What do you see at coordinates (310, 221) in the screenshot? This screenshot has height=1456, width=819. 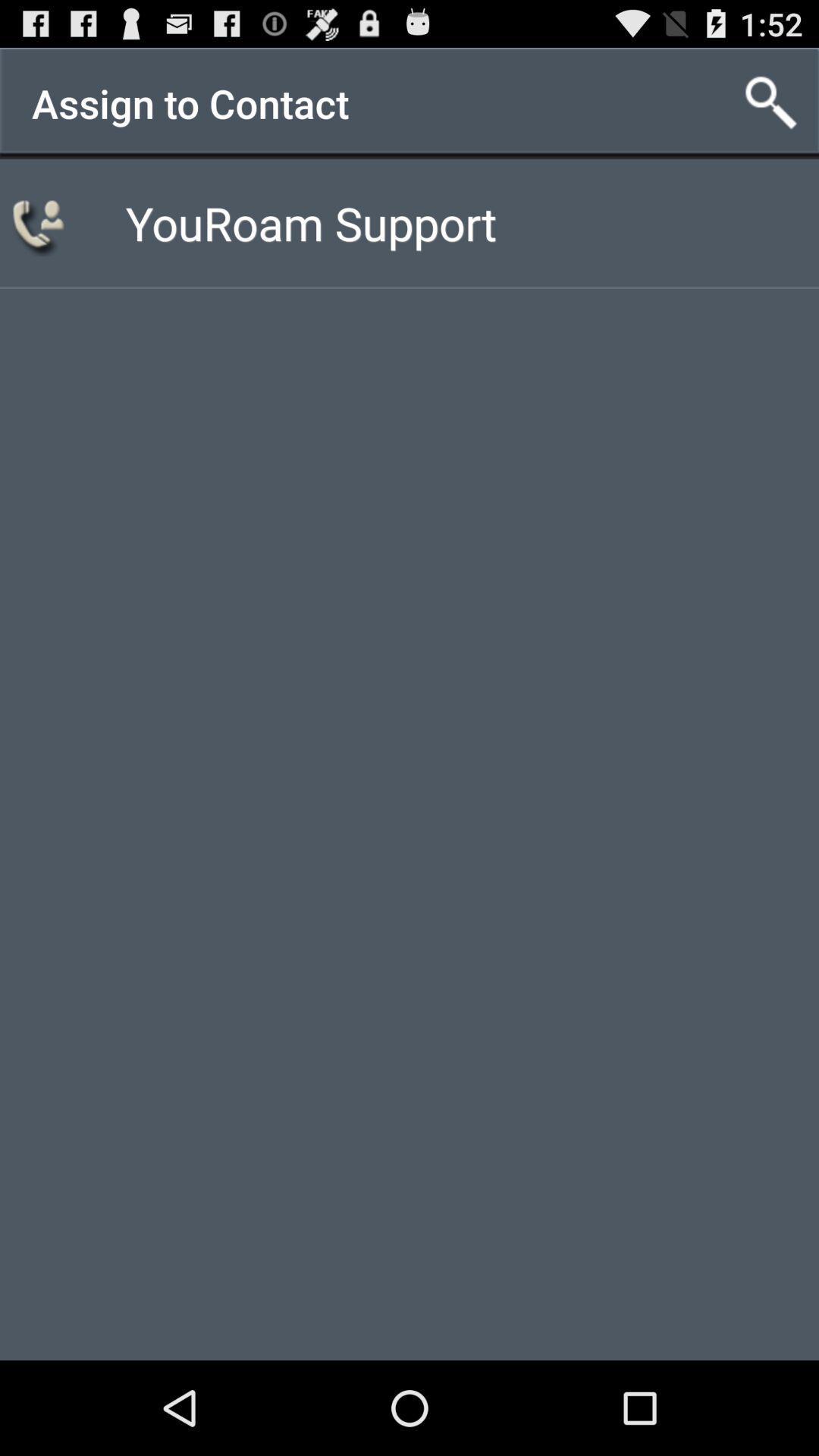 I see `the youroam support icon` at bounding box center [310, 221].